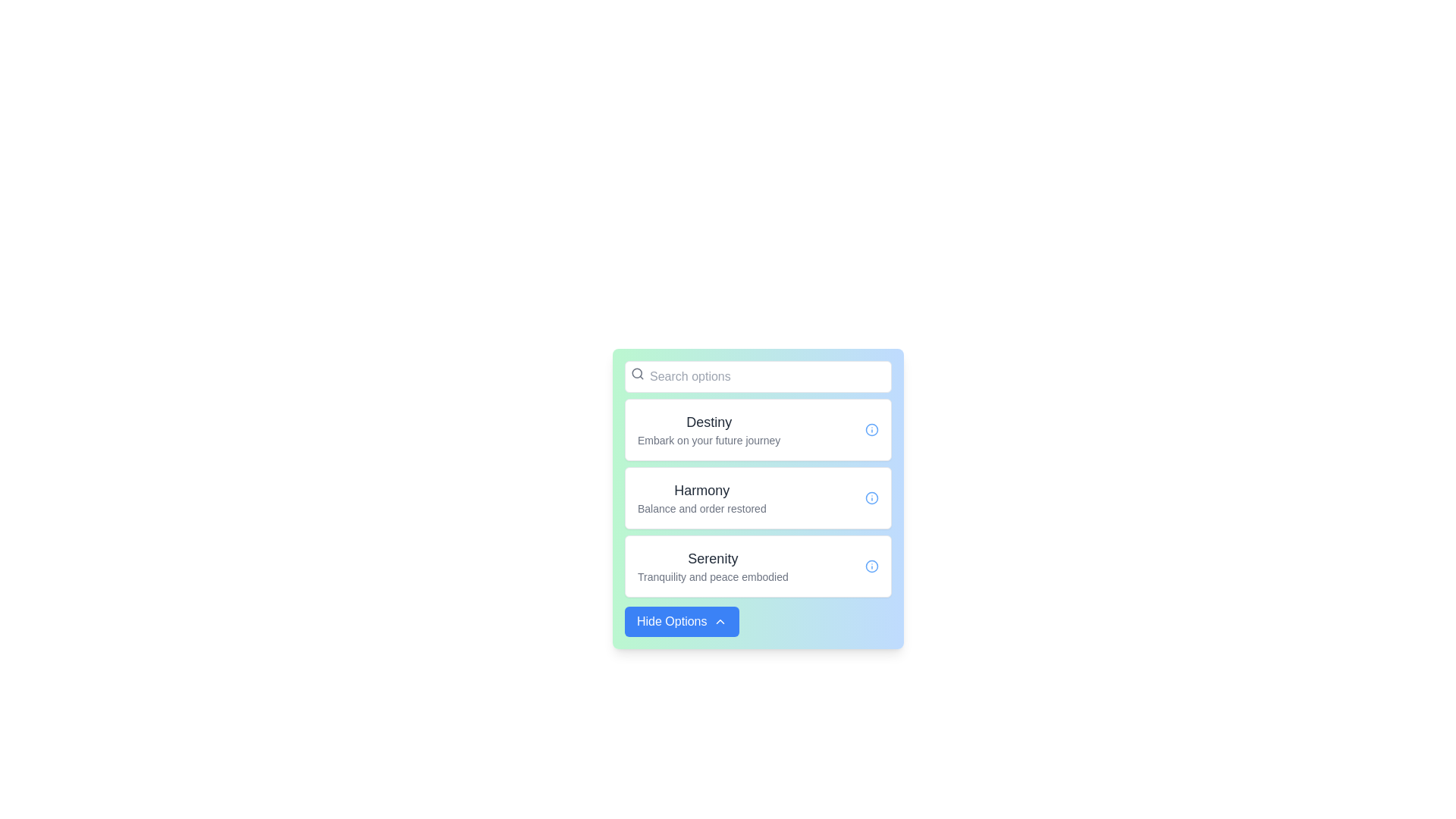 Image resolution: width=1456 pixels, height=819 pixels. I want to click on the second item in the dropdown menu, which is positioned below 'Destiny' and above 'Serenity', so click(758, 497).